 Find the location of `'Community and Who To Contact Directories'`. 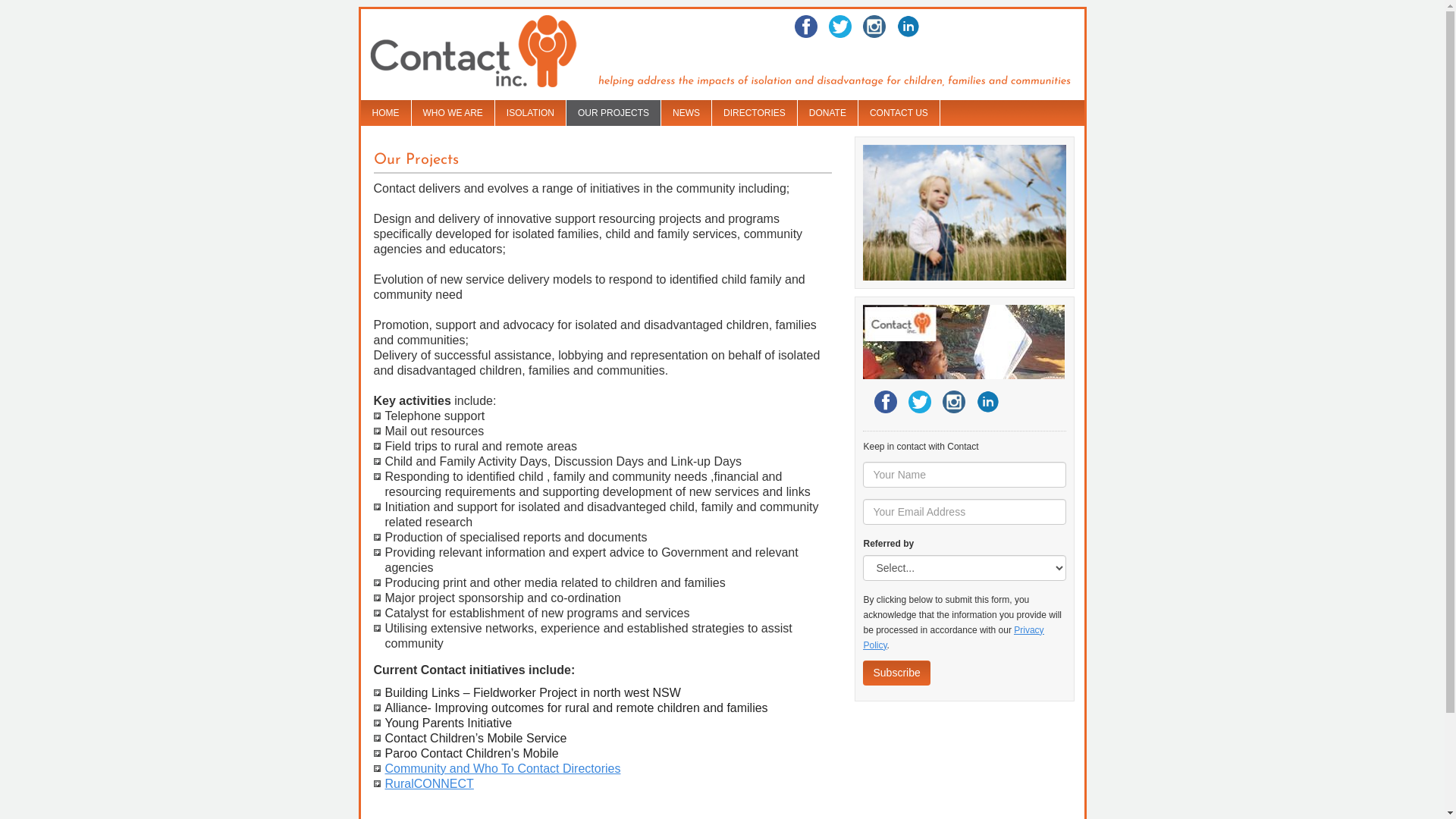

'Community and Who To Contact Directories' is located at coordinates (385, 768).